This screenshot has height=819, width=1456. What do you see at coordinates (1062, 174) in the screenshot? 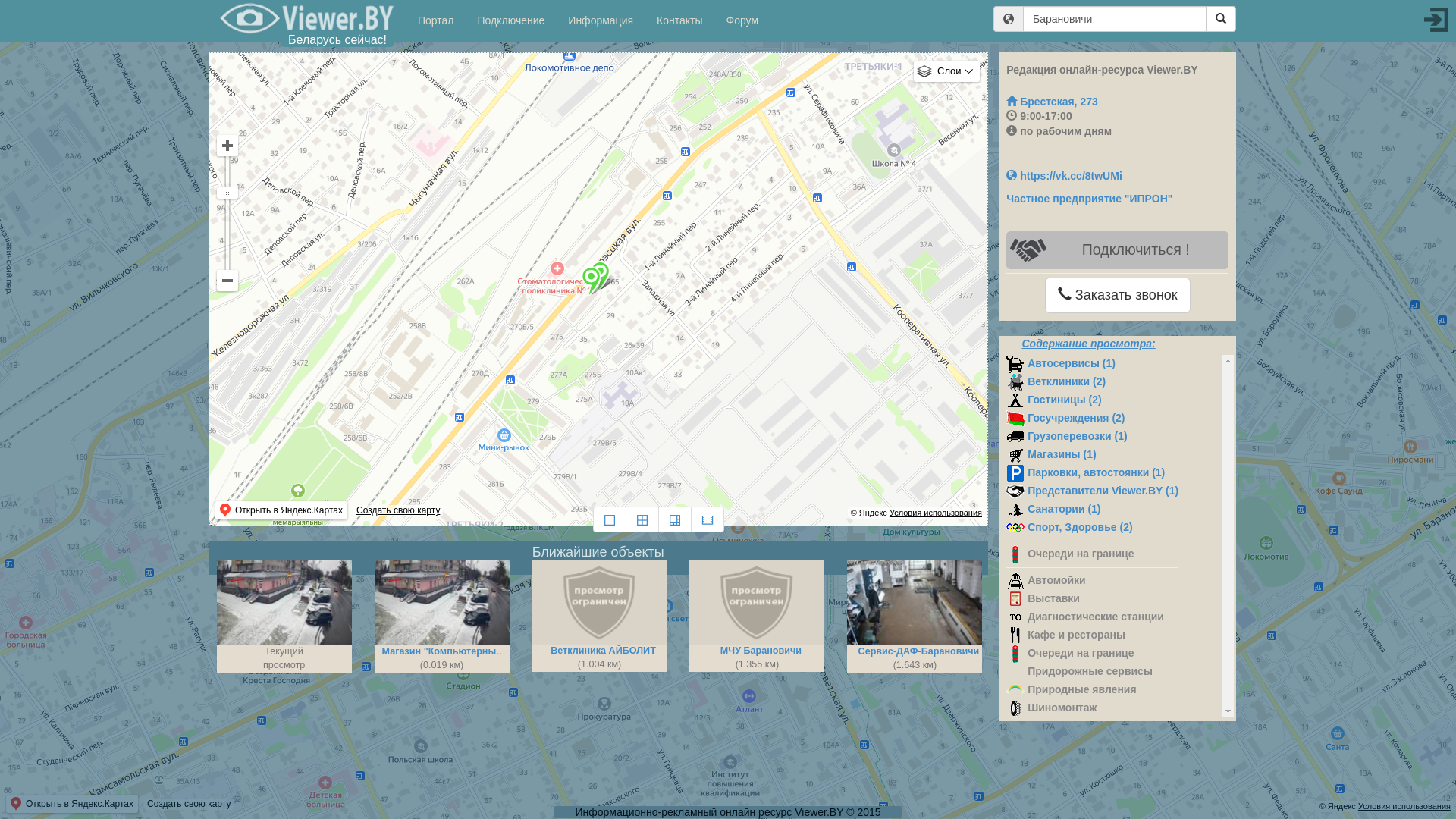
I see `'https://vk.cc/8twUMi'` at bounding box center [1062, 174].